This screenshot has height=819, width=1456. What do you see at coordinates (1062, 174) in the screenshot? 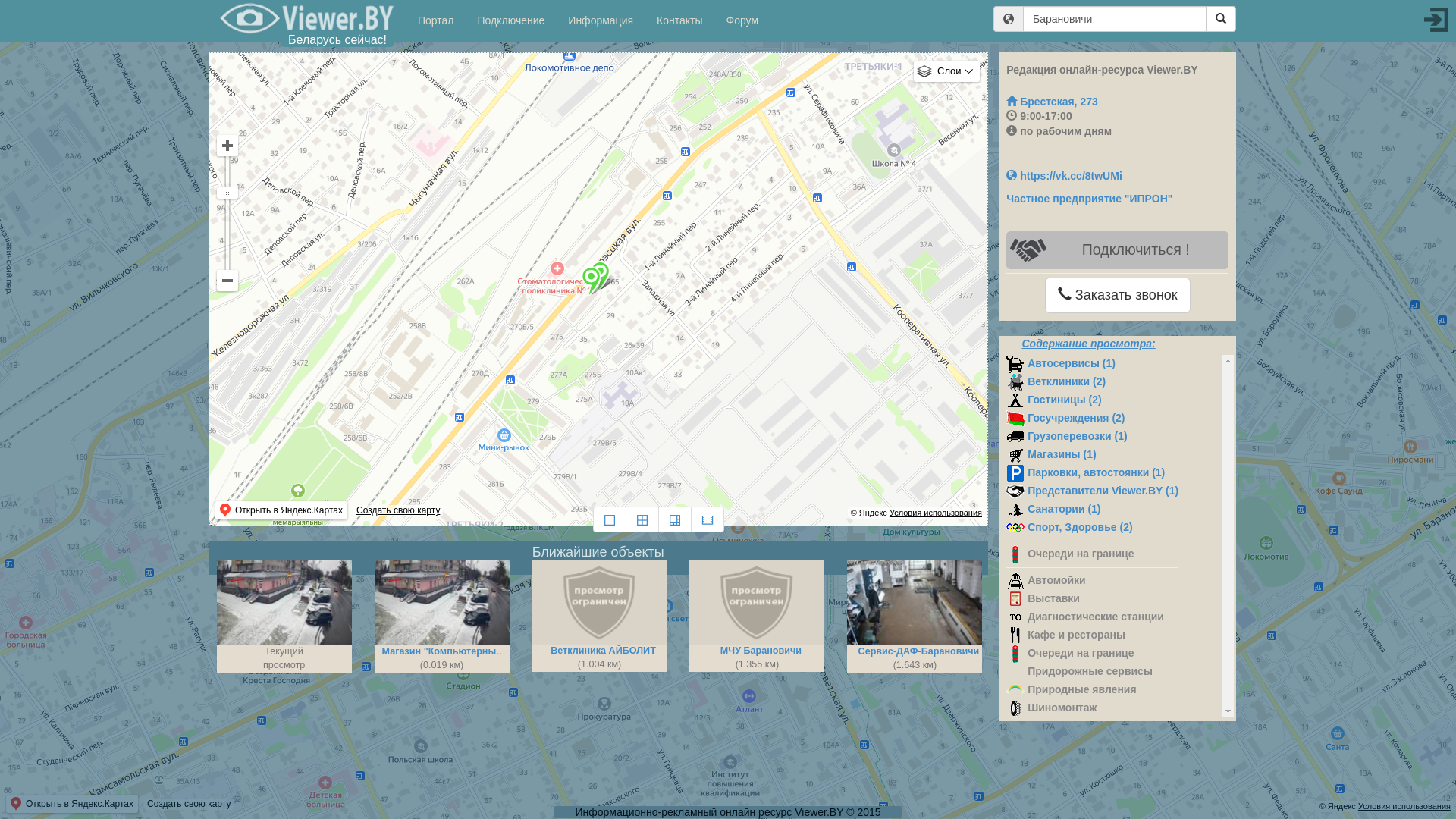
I see `'https://vk.cc/8twUMi'` at bounding box center [1062, 174].